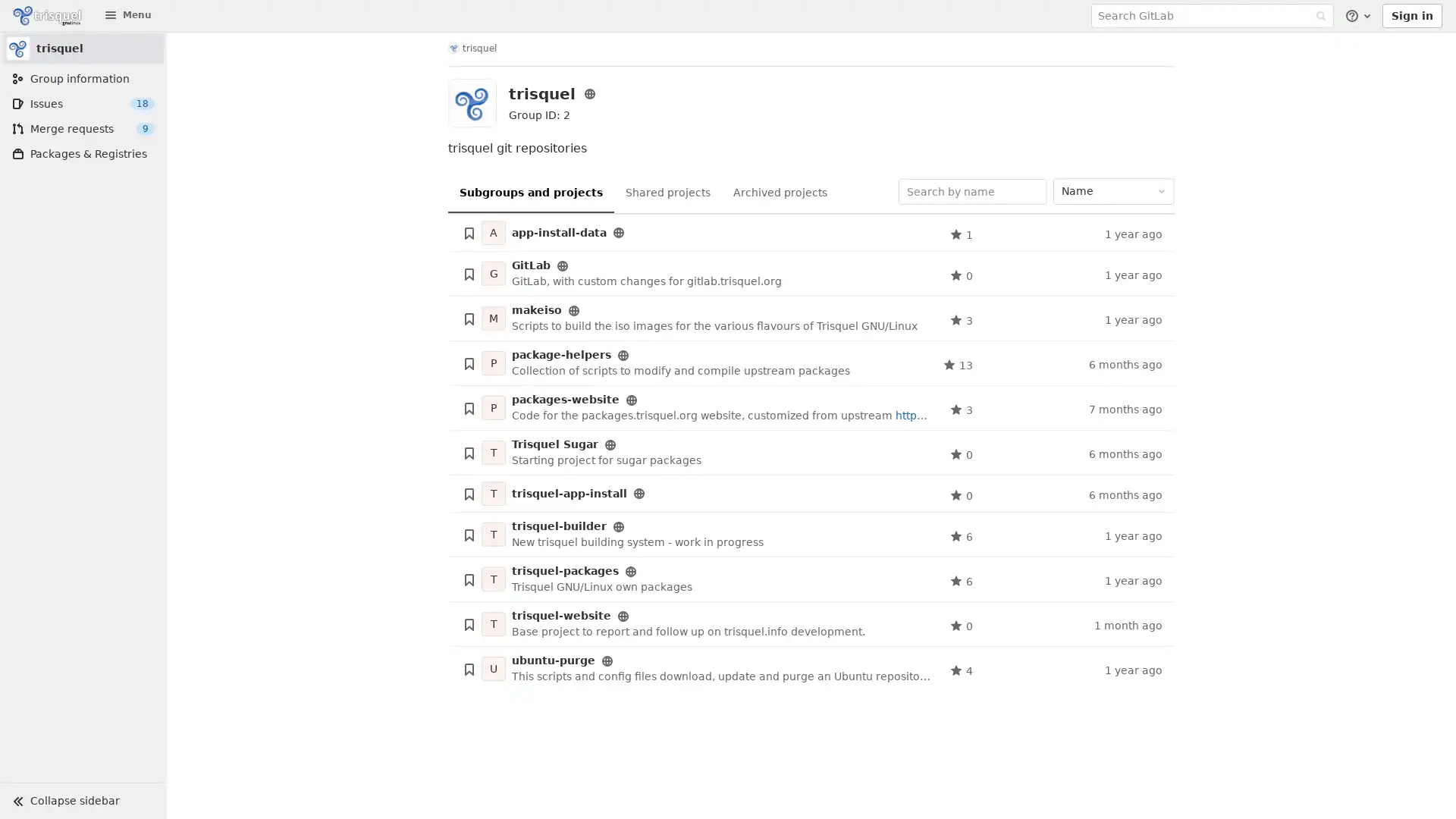 Image resolution: width=1456 pixels, height=819 pixels. I want to click on Name, so click(1113, 190).